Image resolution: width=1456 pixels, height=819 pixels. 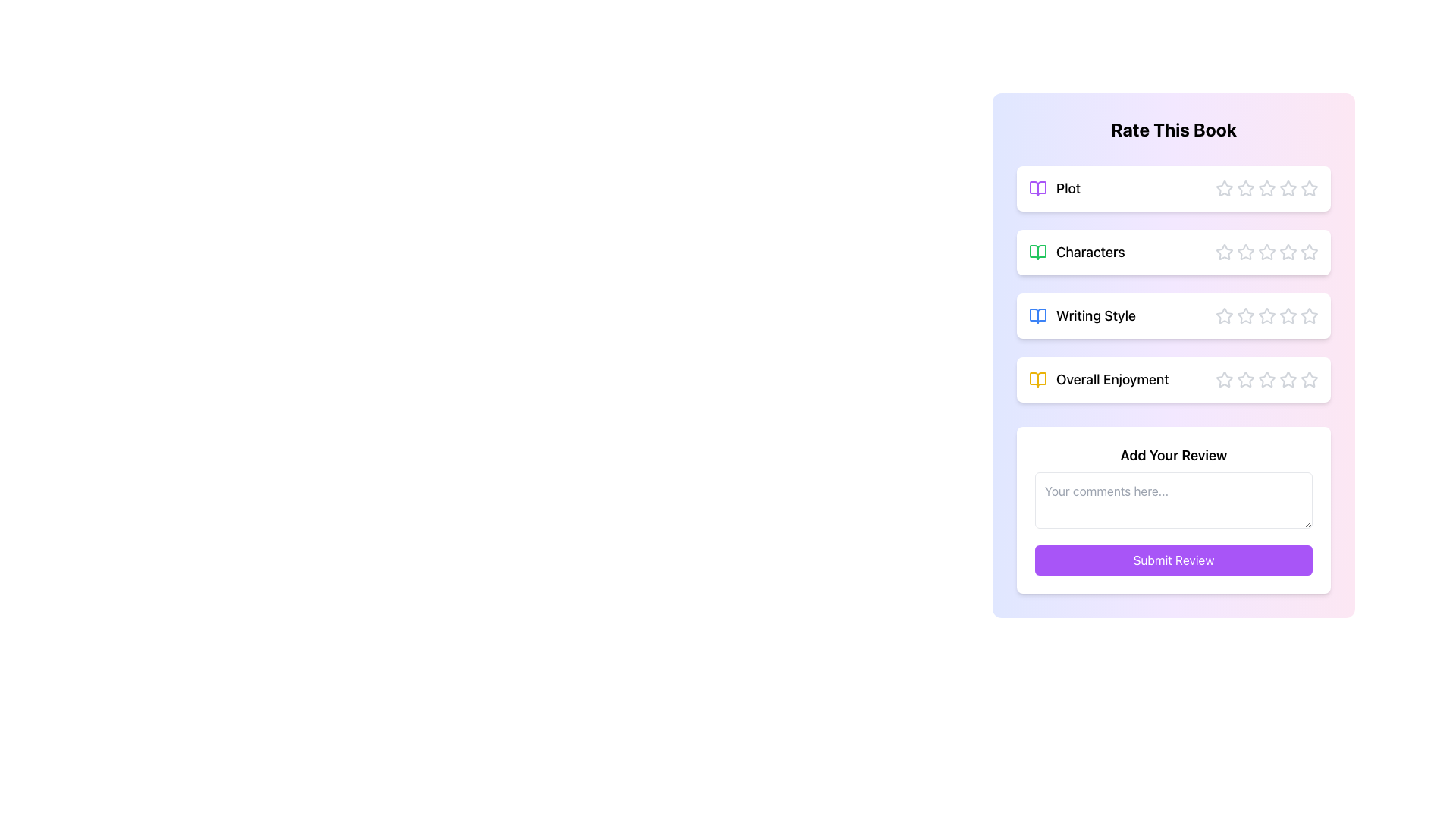 What do you see at coordinates (1037, 251) in the screenshot?
I see `the 'Characters' icon in the review categories section, which is positioned to the left of the text label` at bounding box center [1037, 251].